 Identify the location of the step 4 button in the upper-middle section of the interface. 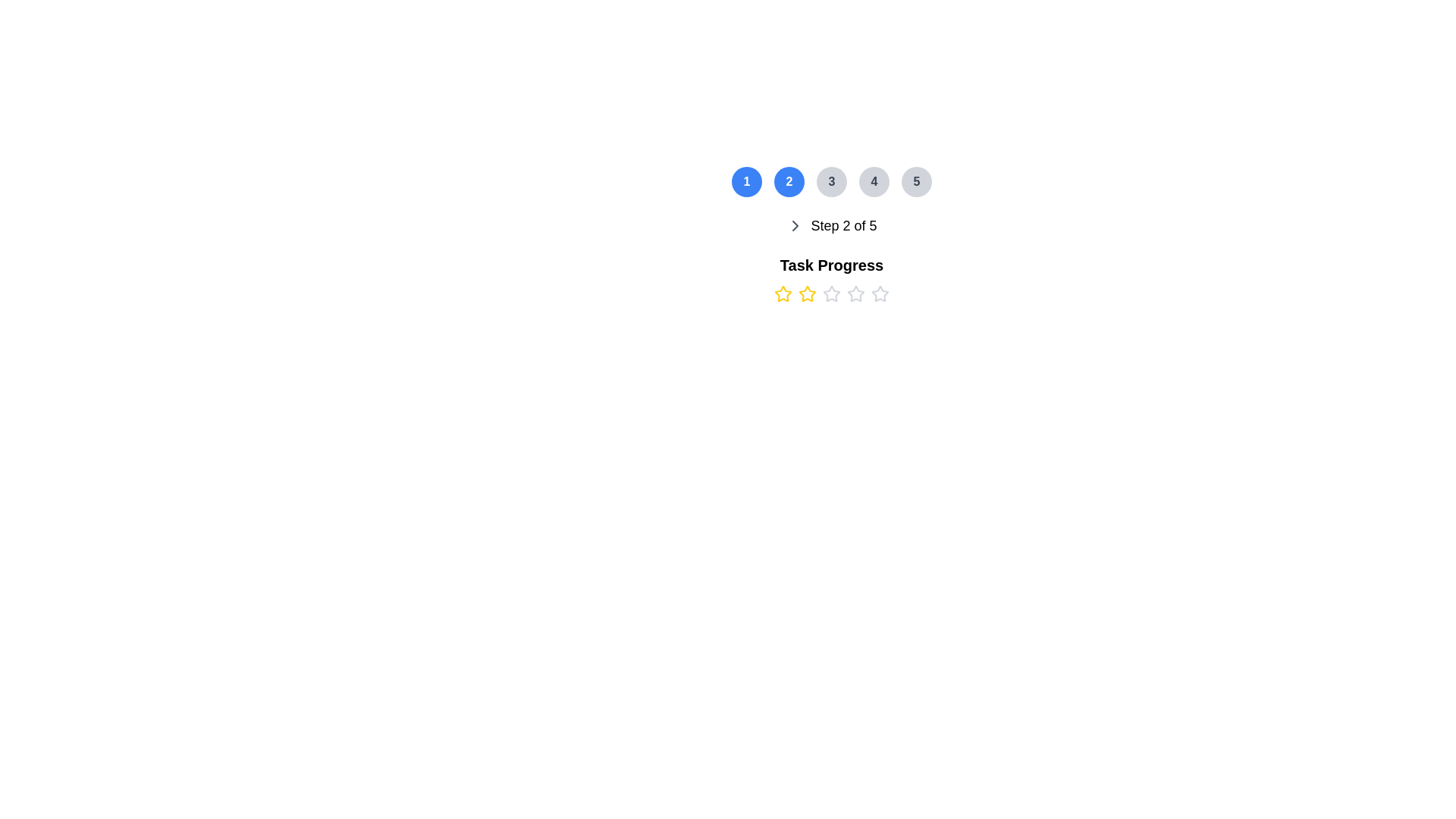
(874, 180).